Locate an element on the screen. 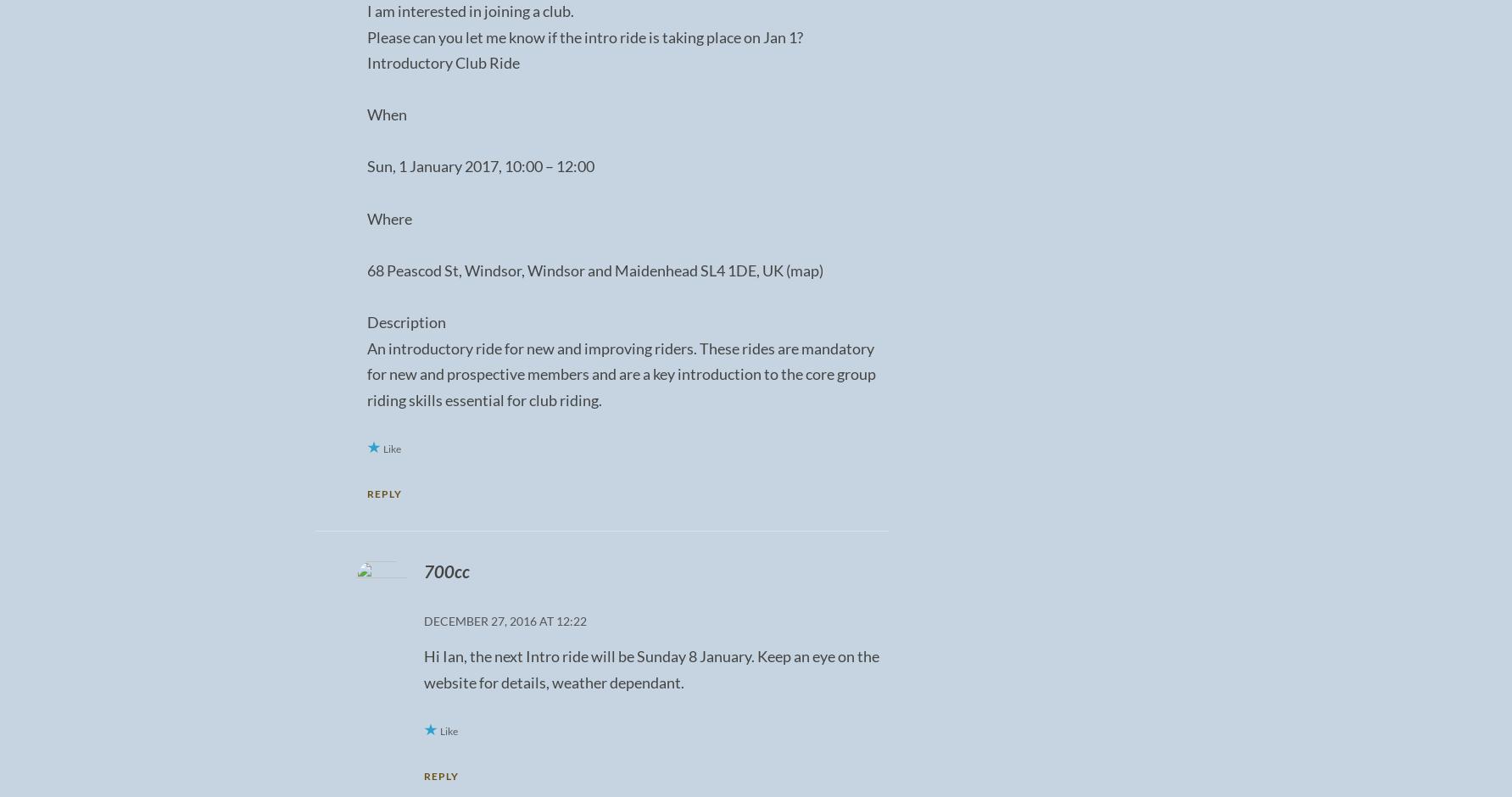 Image resolution: width=1512 pixels, height=797 pixels. 'Sun, 1 January 2017, 10:00 – 12:00' is located at coordinates (478, 165).